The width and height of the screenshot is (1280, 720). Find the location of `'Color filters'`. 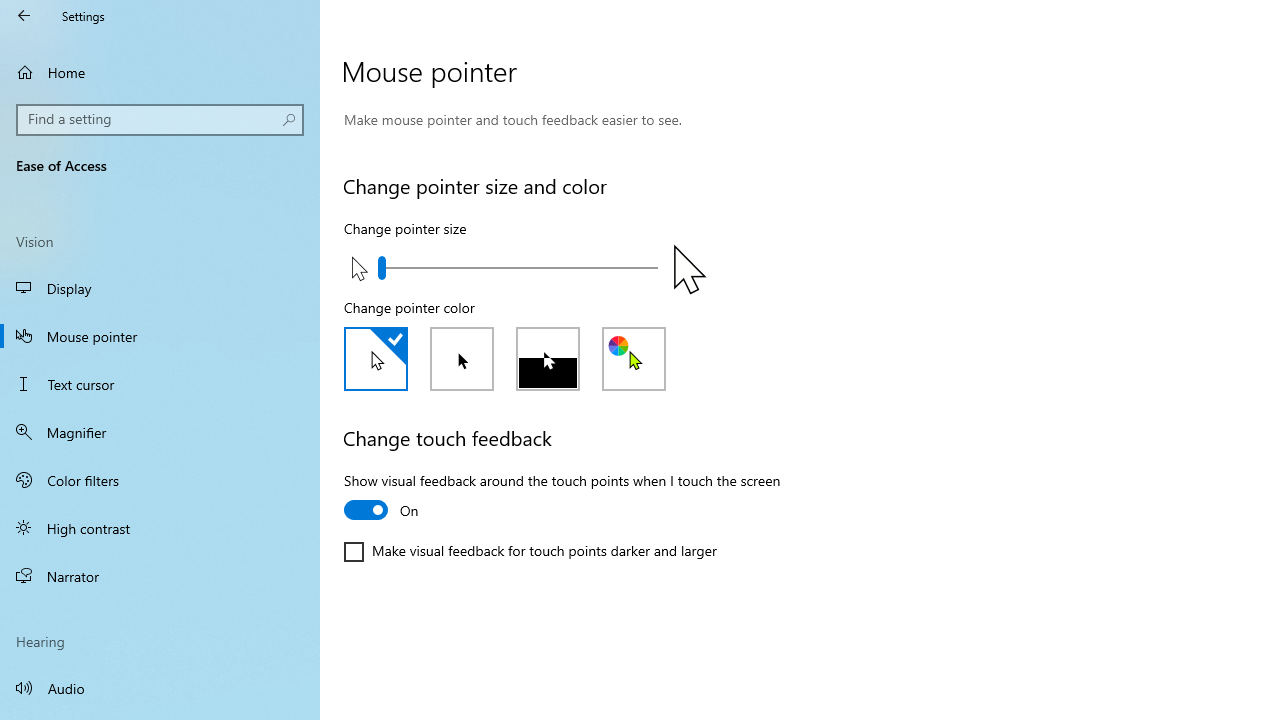

'Color filters' is located at coordinates (160, 479).